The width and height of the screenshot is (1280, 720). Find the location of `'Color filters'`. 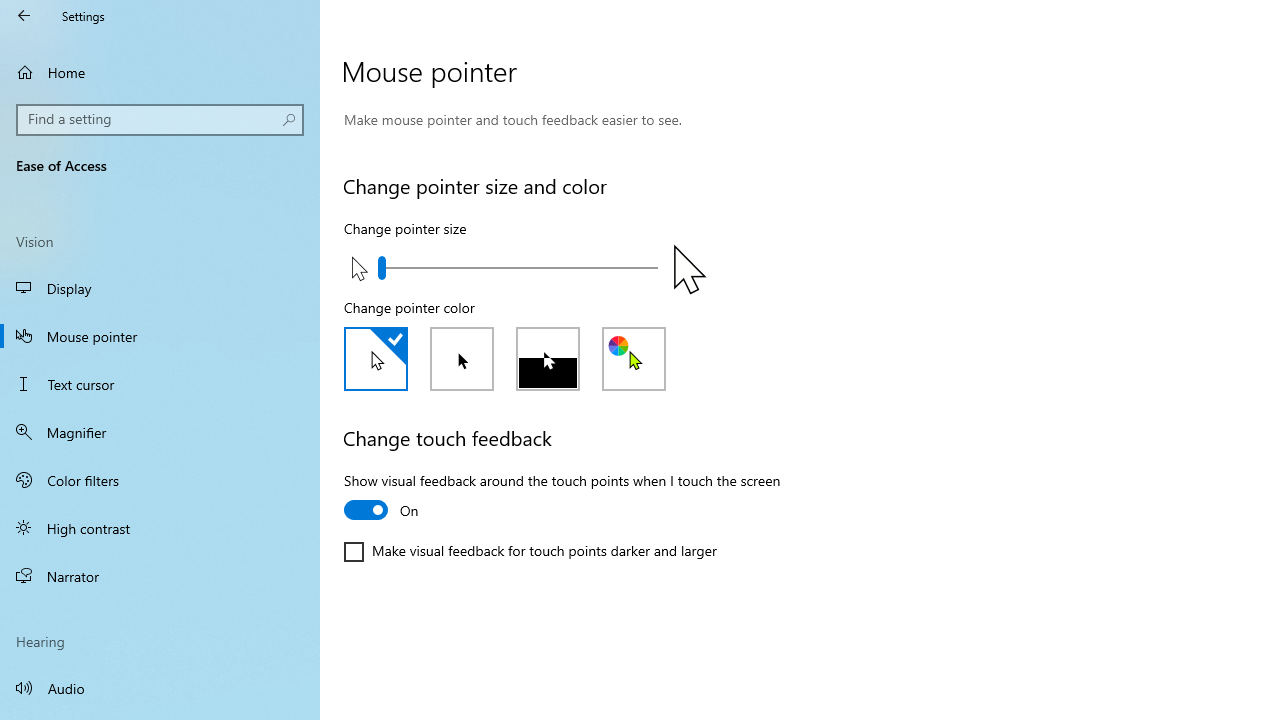

'Color filters' is located at coordinates (160, 479).